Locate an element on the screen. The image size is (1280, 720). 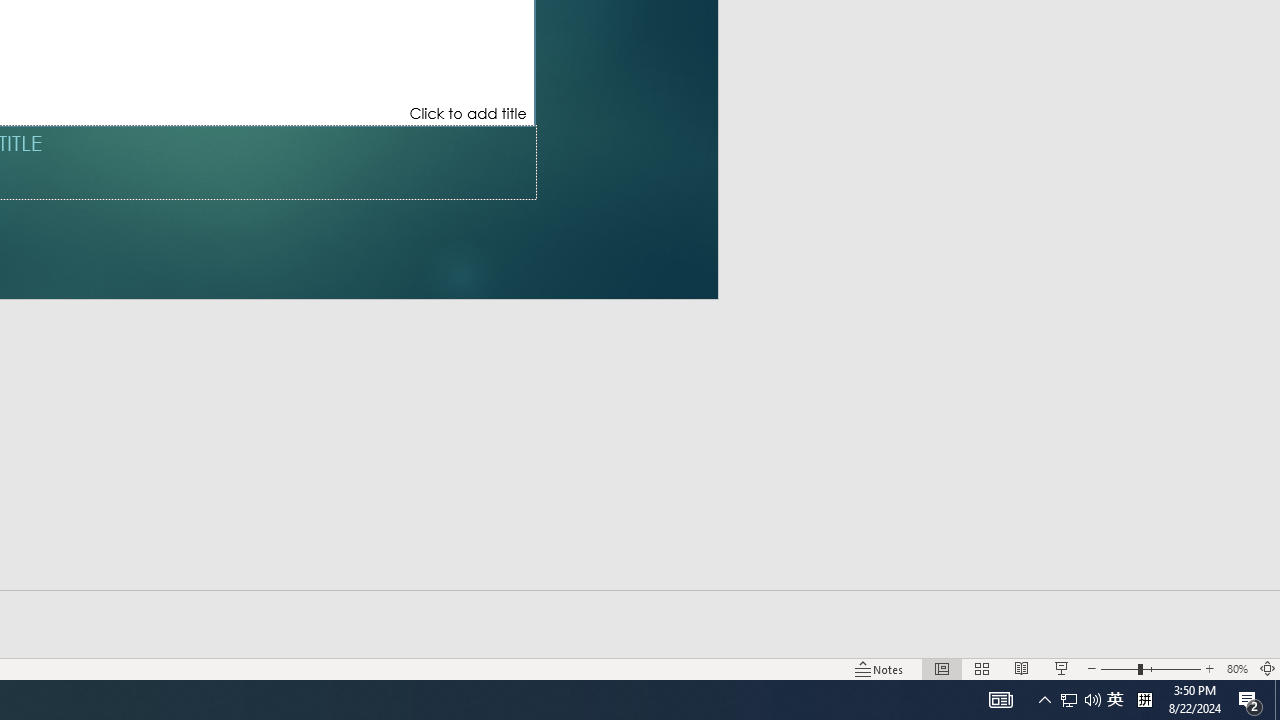
'Zoom' is located at coordinates (1150, 669).